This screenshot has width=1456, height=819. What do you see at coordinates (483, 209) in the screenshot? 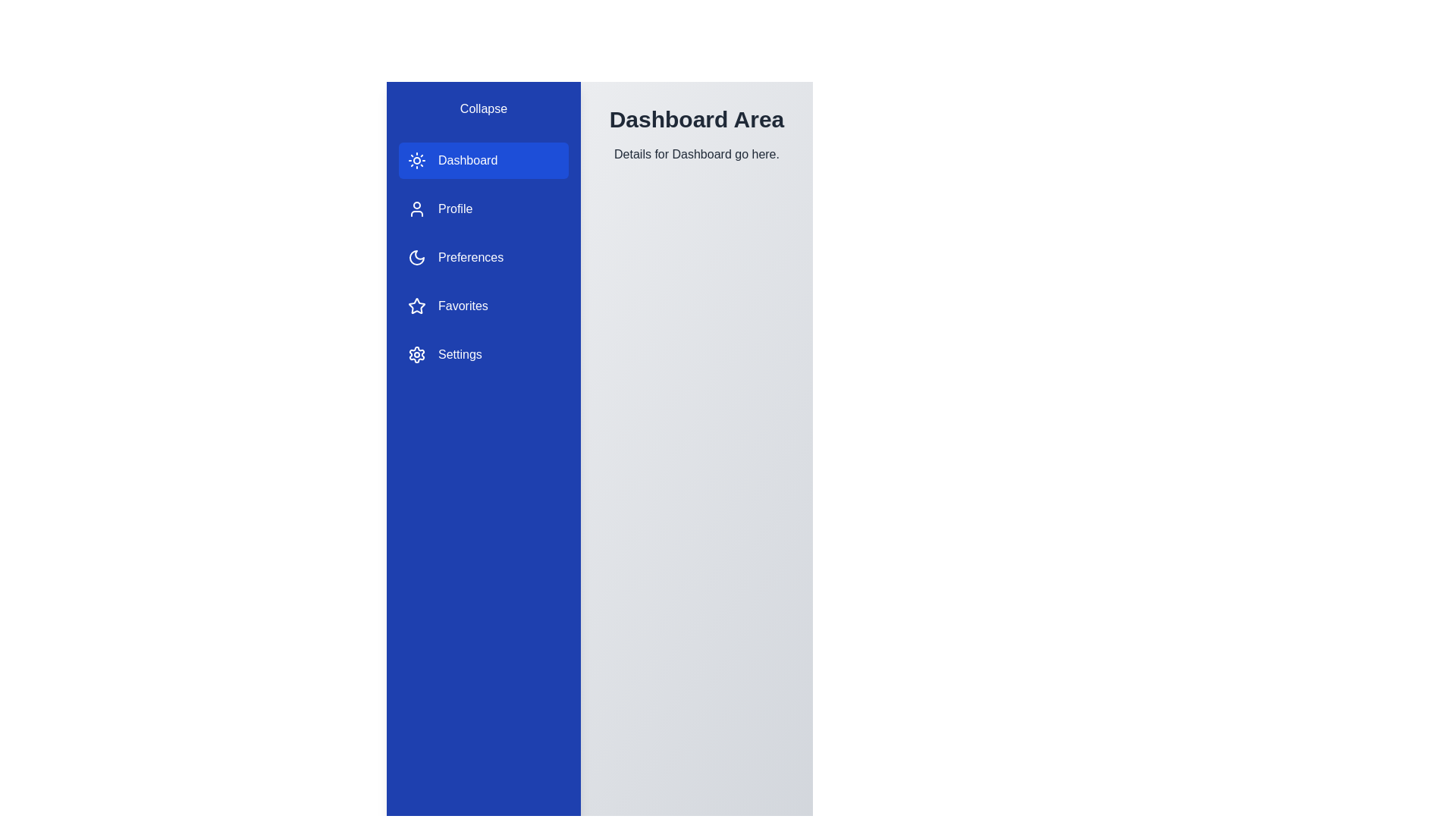
I see `the Profile section in the sidebar to navigate to it` at bounding box center [483, 209].